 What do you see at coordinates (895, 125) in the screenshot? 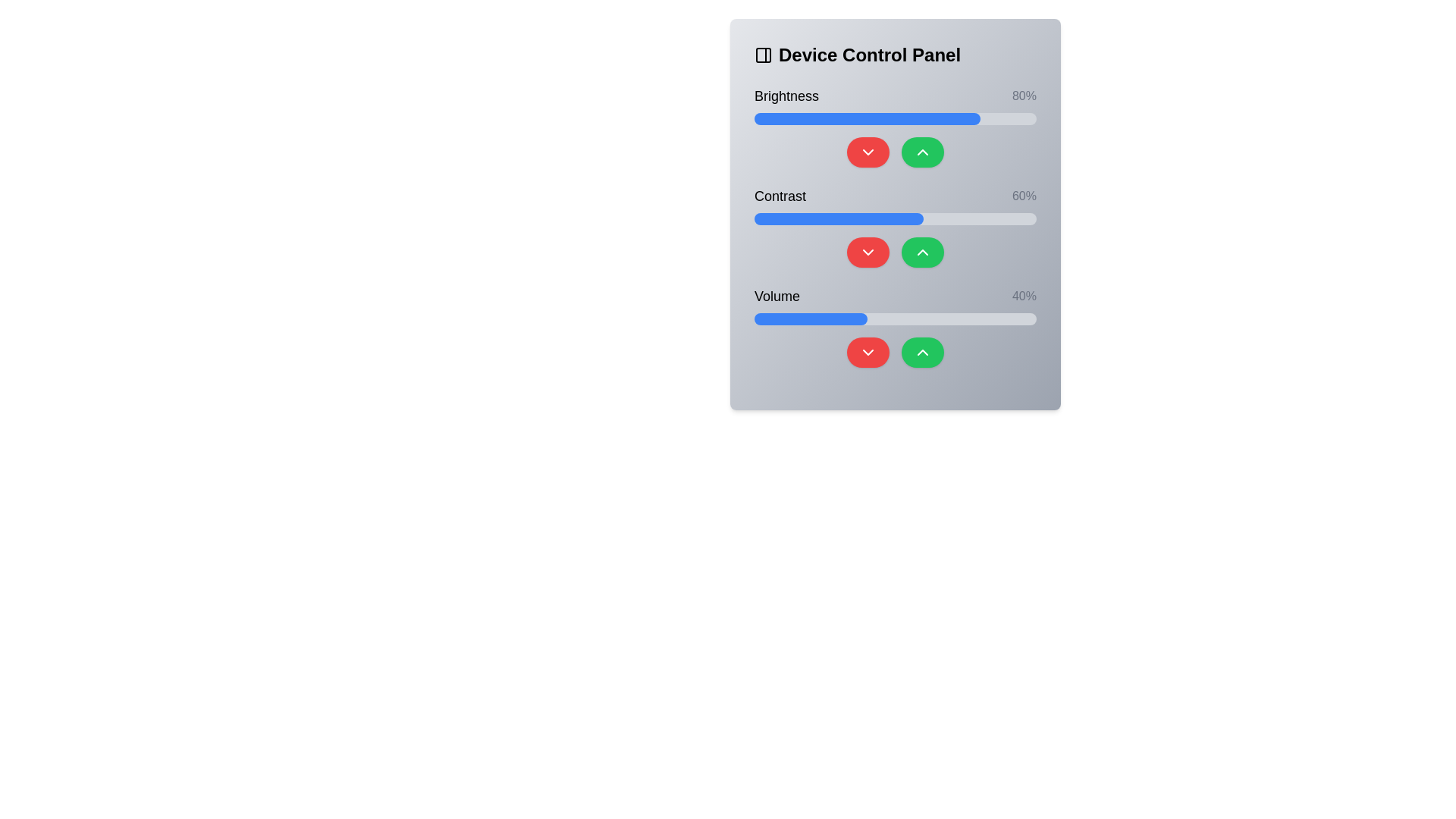
I see `the first Progress Bar with Controls to visualize the progress indicator` at bounding box center [895, 125].